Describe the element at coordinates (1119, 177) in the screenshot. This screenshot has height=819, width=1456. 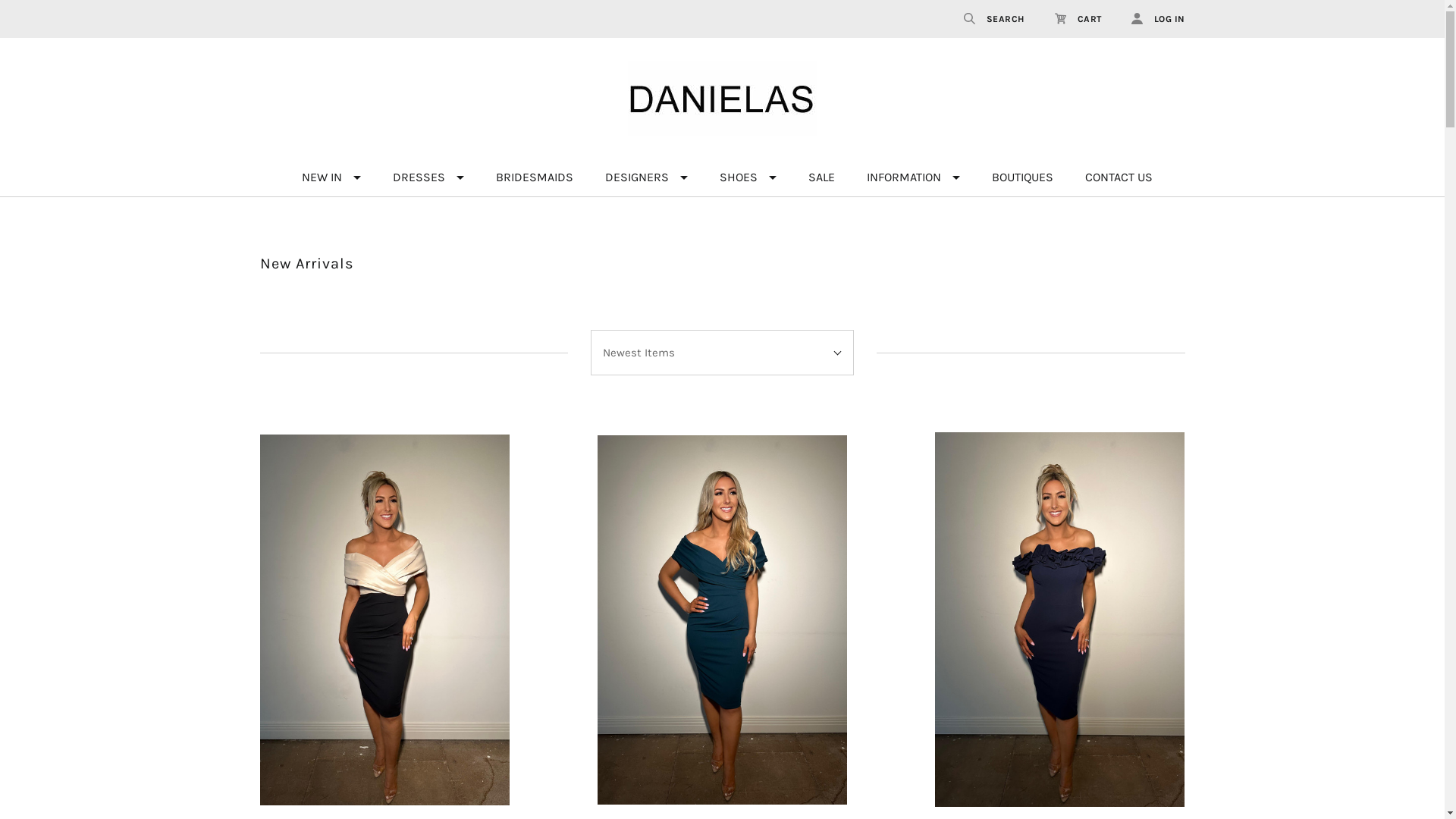
I see `'CONTACT US'` at that location.